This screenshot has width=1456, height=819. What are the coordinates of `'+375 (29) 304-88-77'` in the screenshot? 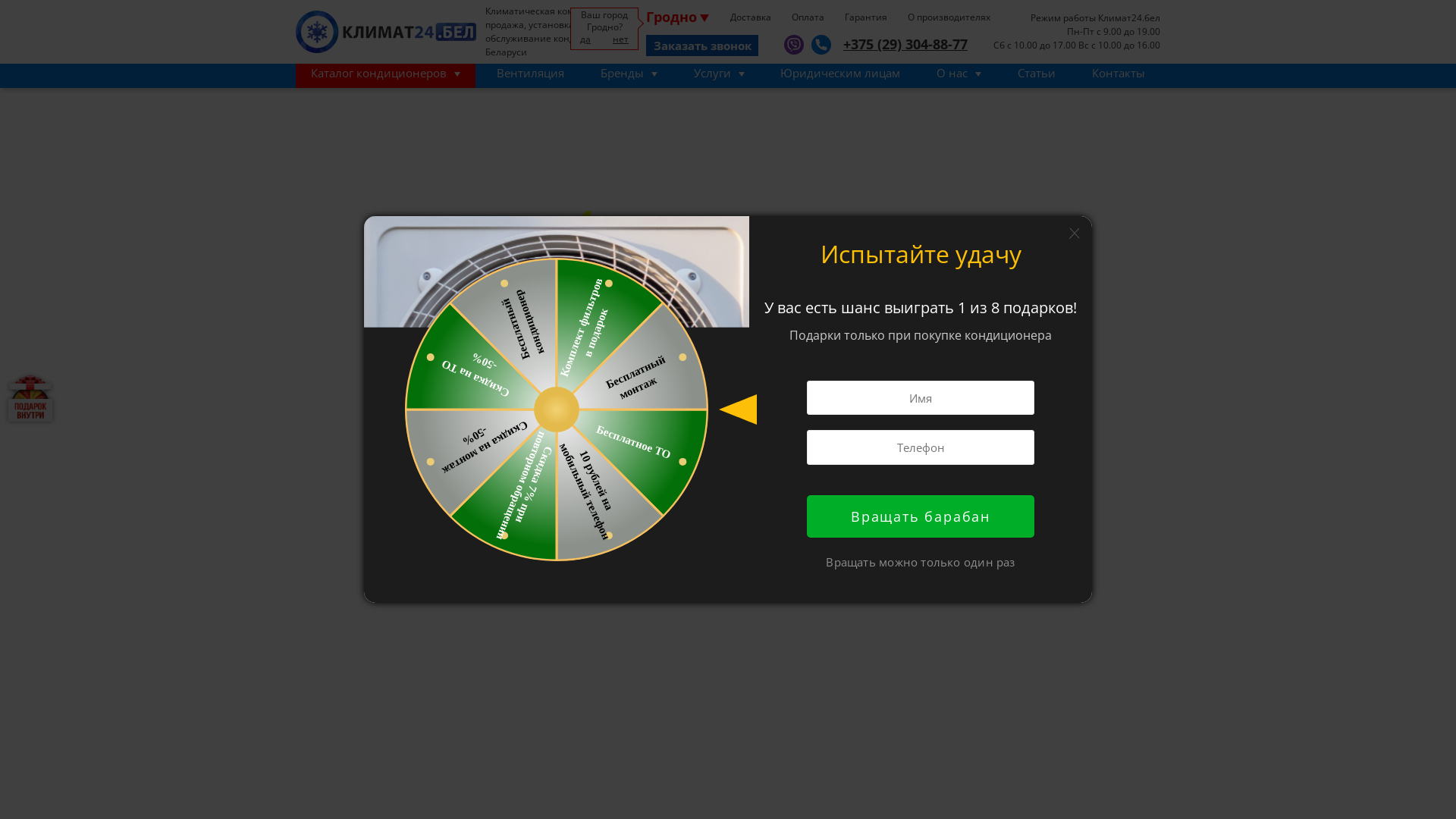 It's located at (836, 43).